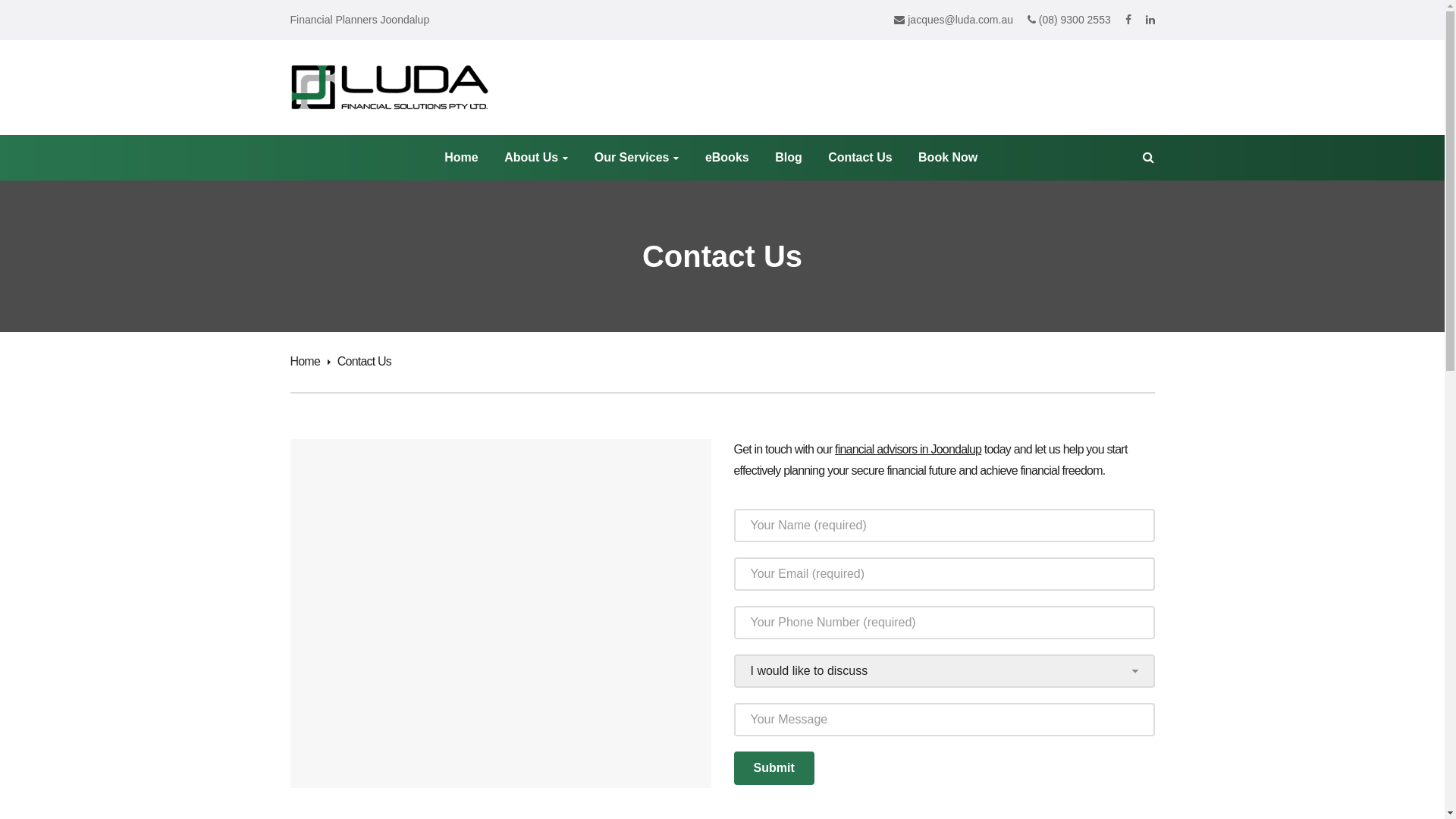  I want to click on '(08) 9300 2553', so click(1068, 20).